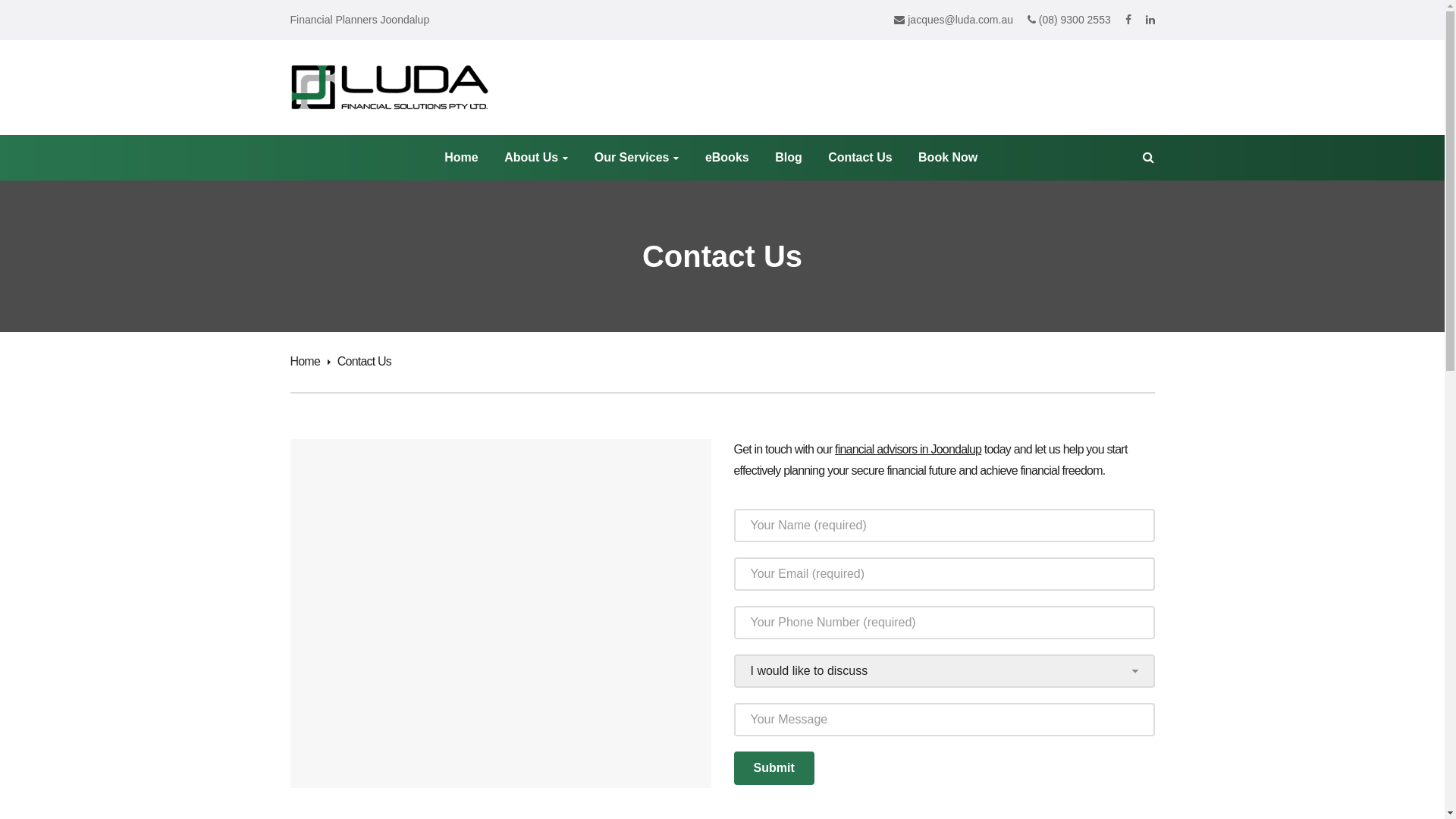  I want to click on '(08) 9300 2553', so click(1068, 20).